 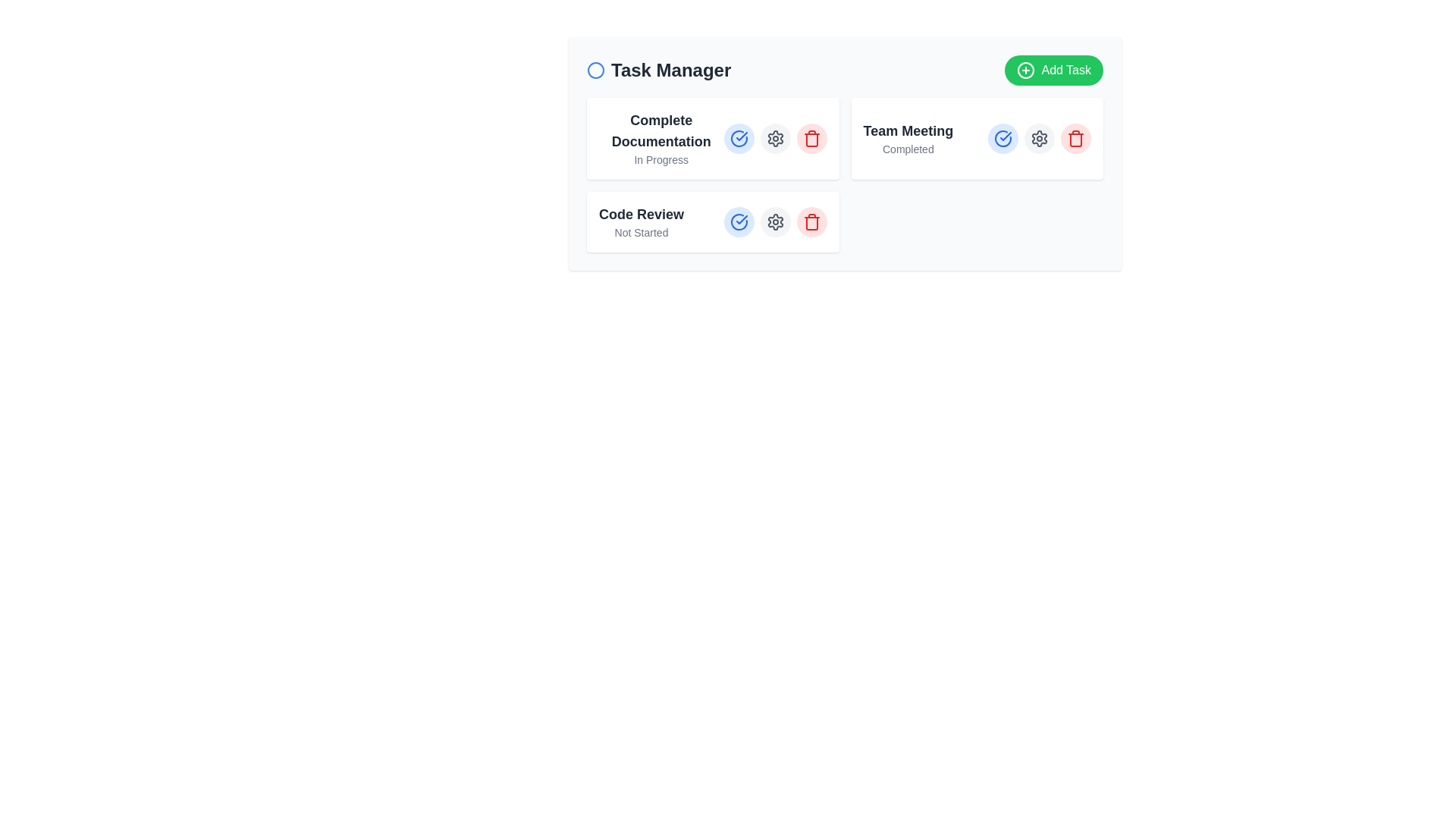 What do you see at coordinates (595, 70) in the screenshot?
I see `the icon located at the top-left corner of the 'Task Manager' section, which represents an active or selectable state` at bounding box center [595, 70].